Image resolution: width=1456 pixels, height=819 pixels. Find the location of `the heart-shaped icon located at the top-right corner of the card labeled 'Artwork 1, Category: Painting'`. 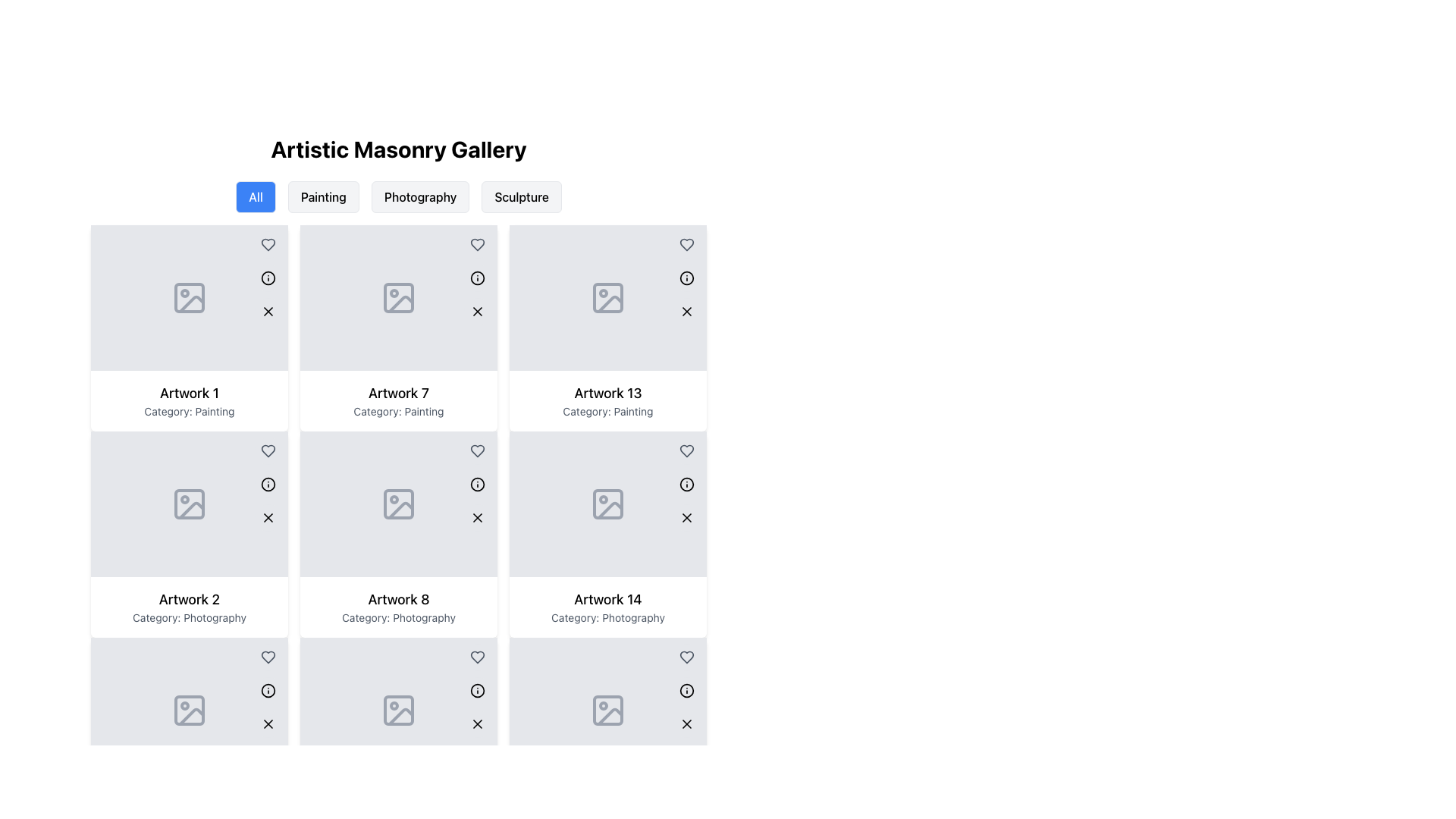

the heart-shaped icon located at the top-right corner of the card labeled 'Artwork 1, Category: Painting' is located at coordinates (268, 450).